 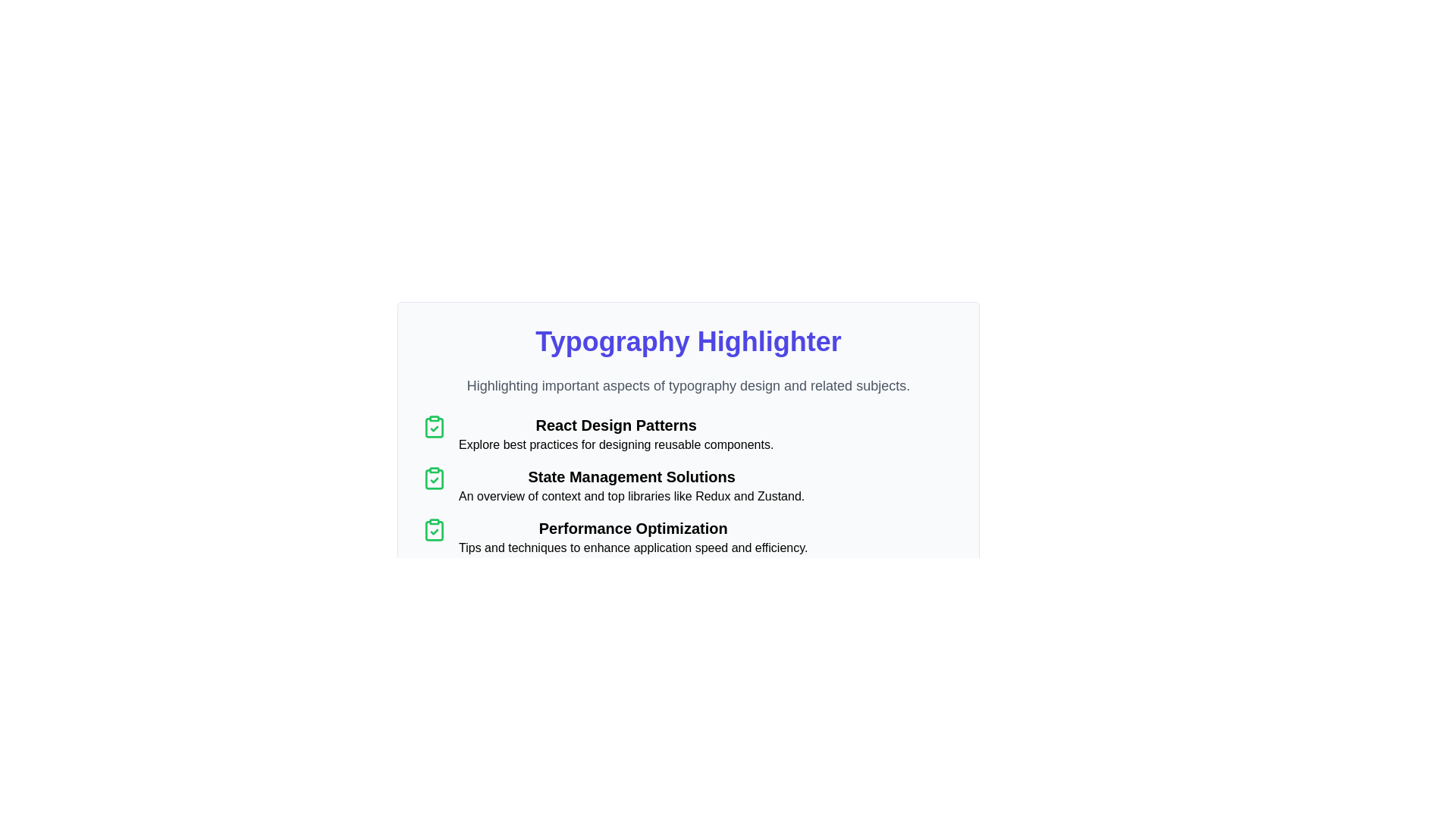 I want to click on the vibrant green clipboard icon indicating completion, located next to the 'React Design Patterns' text block, so click(x=433, y=427).